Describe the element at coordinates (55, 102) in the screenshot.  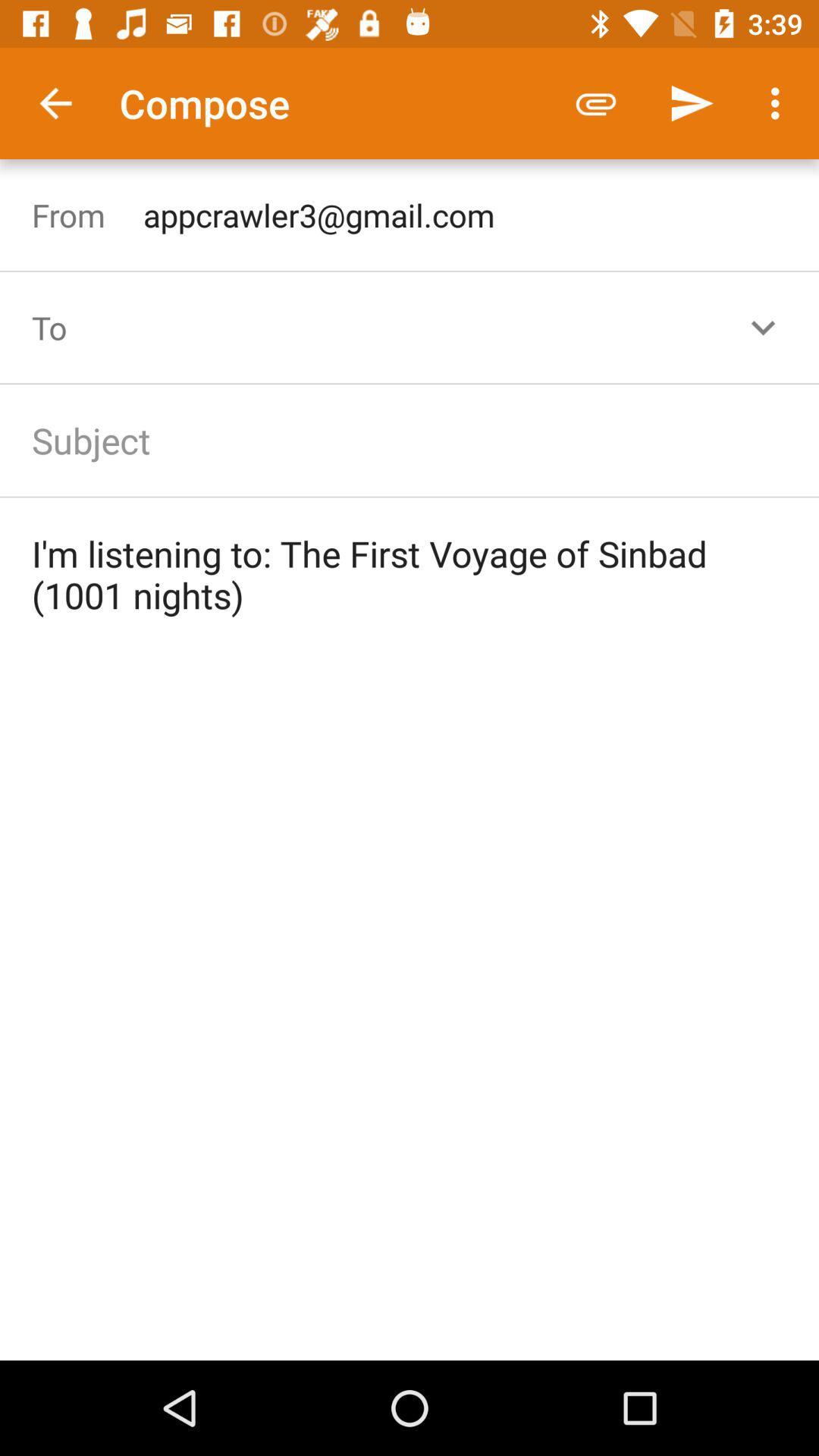
I see `the app next to compose` at that location.